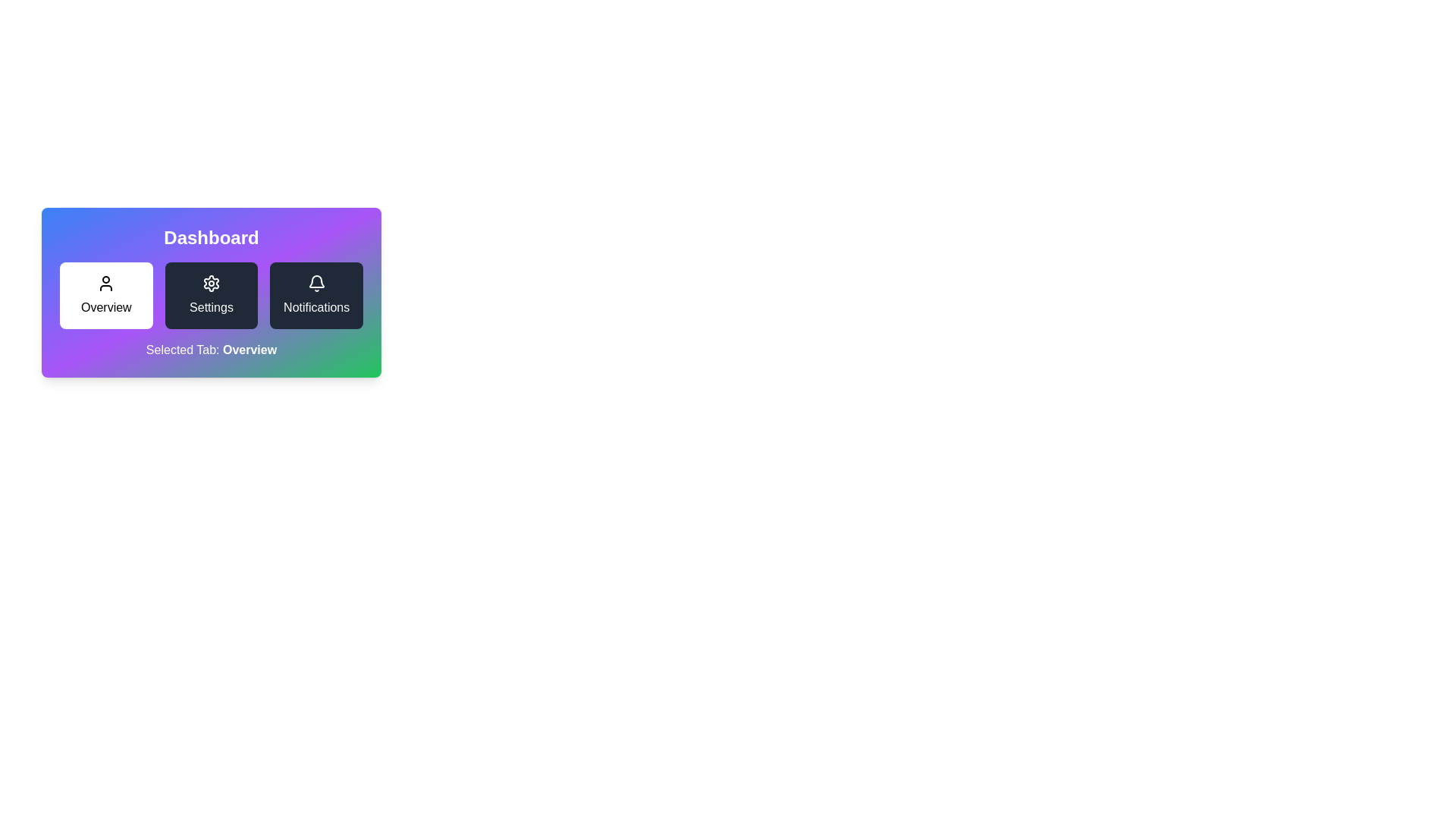 The image size is (1456, 819). Describe the element at coordinates (105, 284) in the screenshot. I see `the user icon representing the 'Overview' tab, which is the first icon in a horizontally aligned tab group within a card-like layout` at that location.